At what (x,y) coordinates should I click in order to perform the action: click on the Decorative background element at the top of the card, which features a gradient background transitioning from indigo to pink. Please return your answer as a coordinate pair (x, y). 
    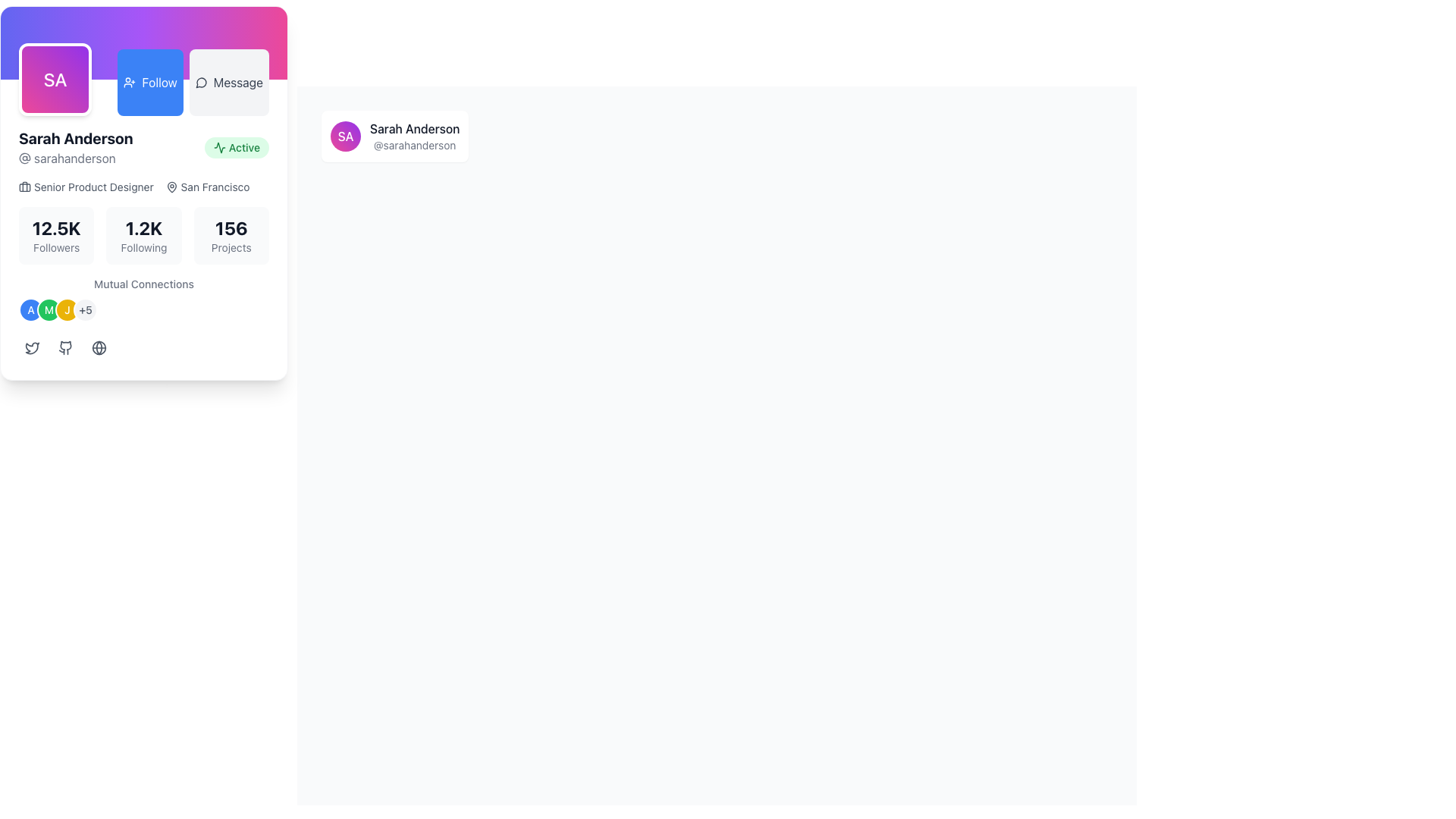
    Looking at the image, I should click on (144, 42).